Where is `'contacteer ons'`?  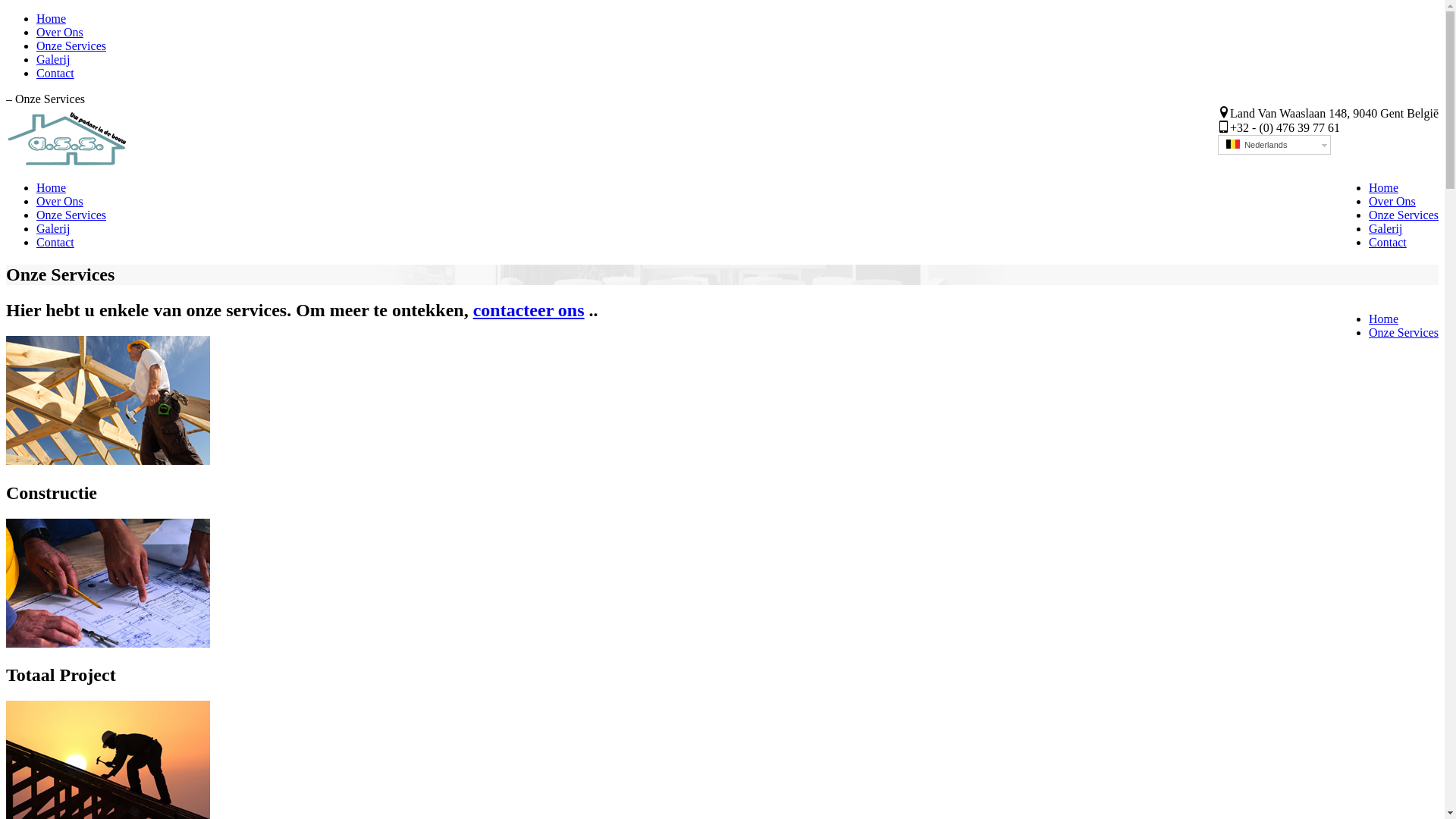
'contacteer ons' is located at coordinates (529, 309).